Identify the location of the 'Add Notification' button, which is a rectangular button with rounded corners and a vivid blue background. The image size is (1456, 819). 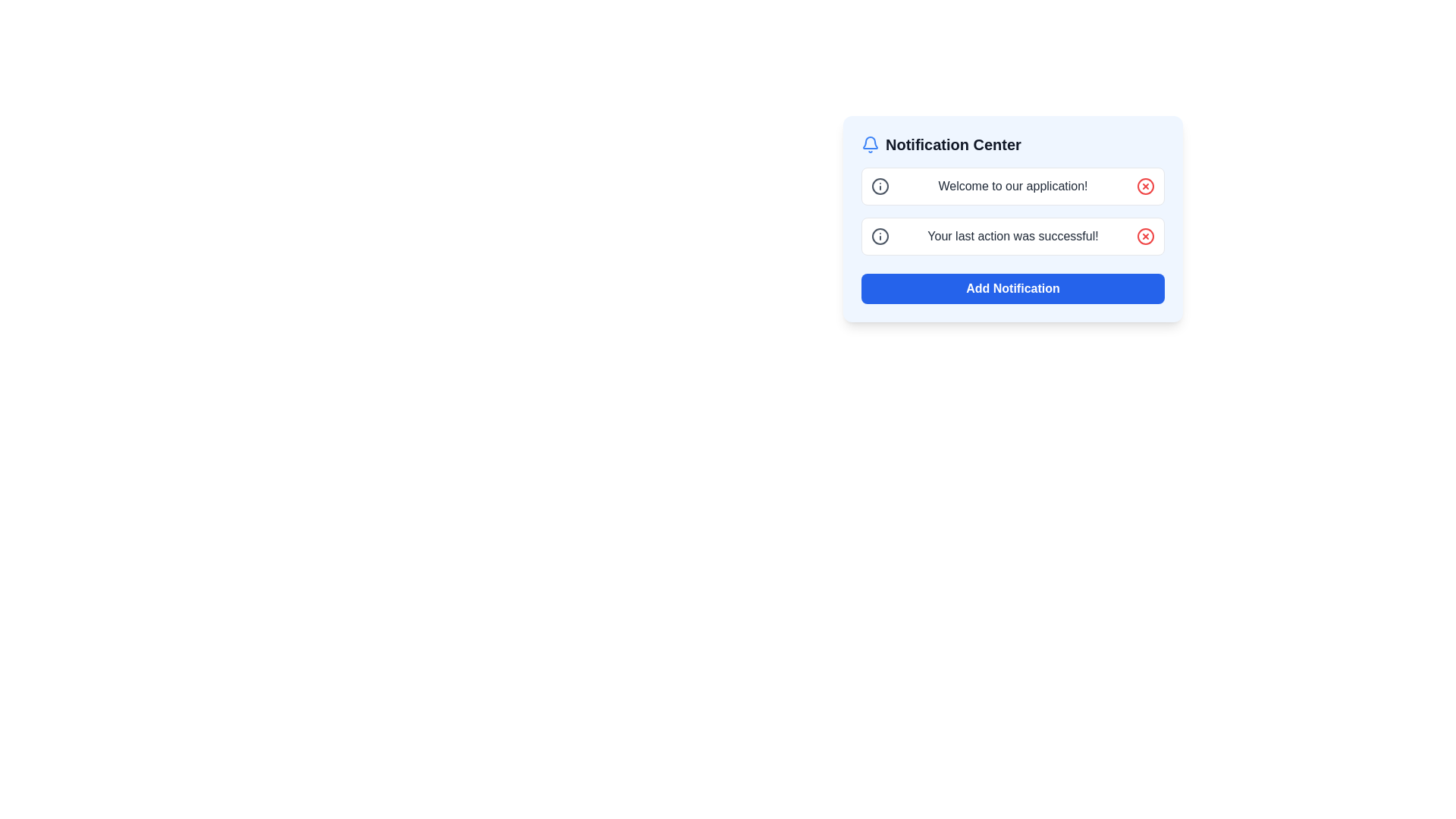
(1012, 289).